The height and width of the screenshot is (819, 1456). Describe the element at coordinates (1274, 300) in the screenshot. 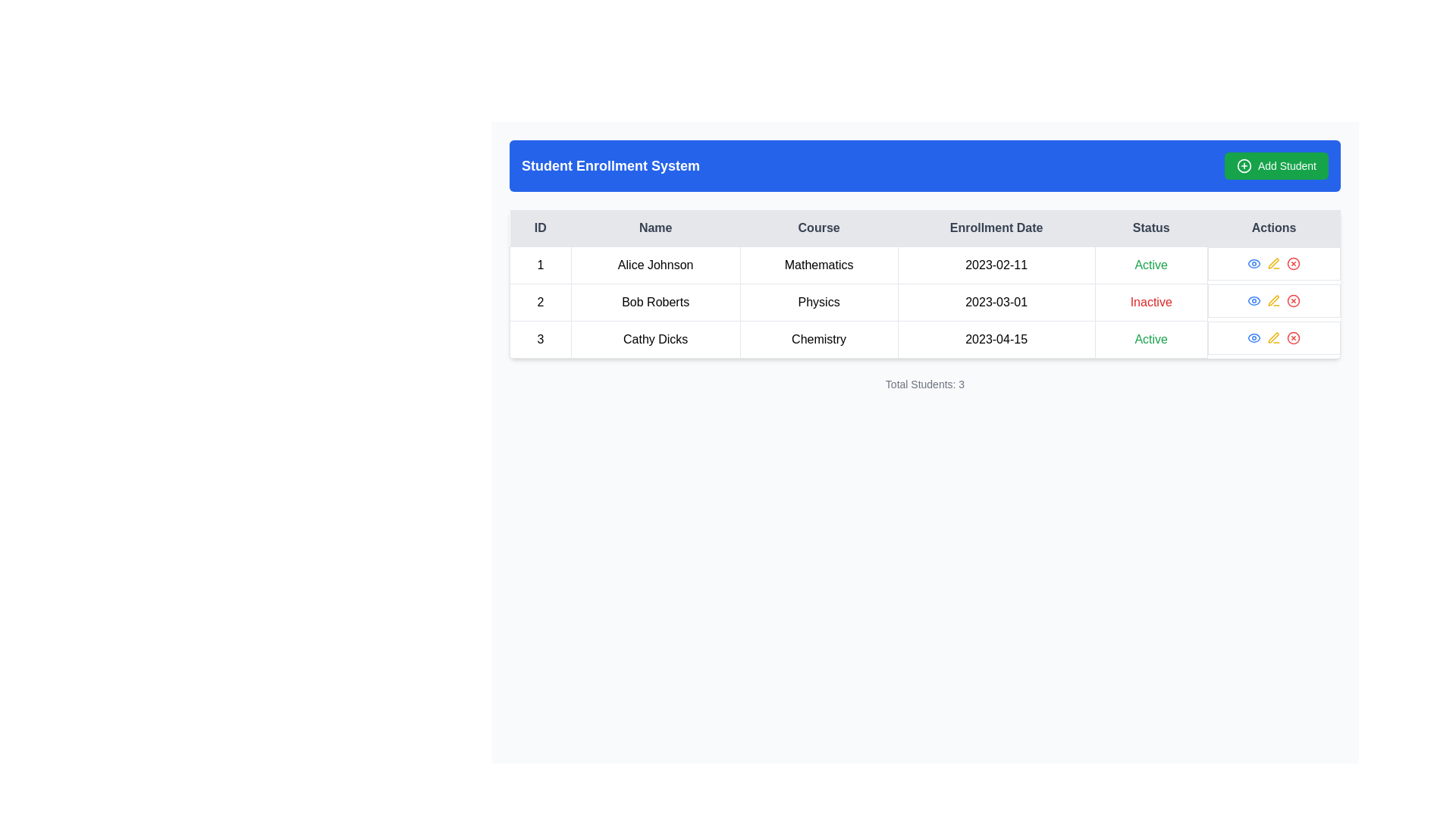

I see `the edit icon button in the 'Actions' column of the table, located next to the blue eye icon and before the red trash bin icon, to change its color` at that location.